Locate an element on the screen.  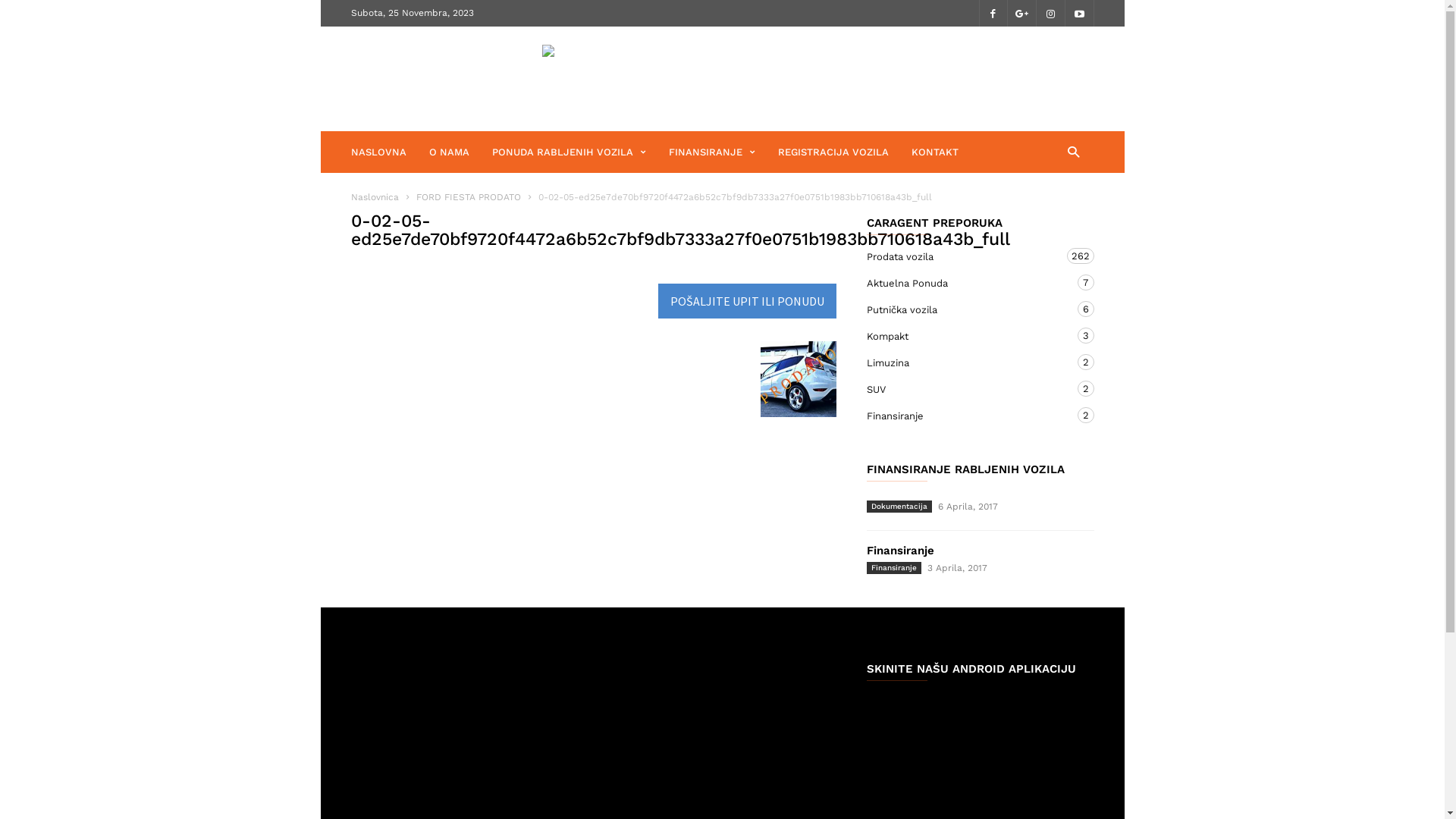
'O NAMA' is located at coordinates (460, 152).